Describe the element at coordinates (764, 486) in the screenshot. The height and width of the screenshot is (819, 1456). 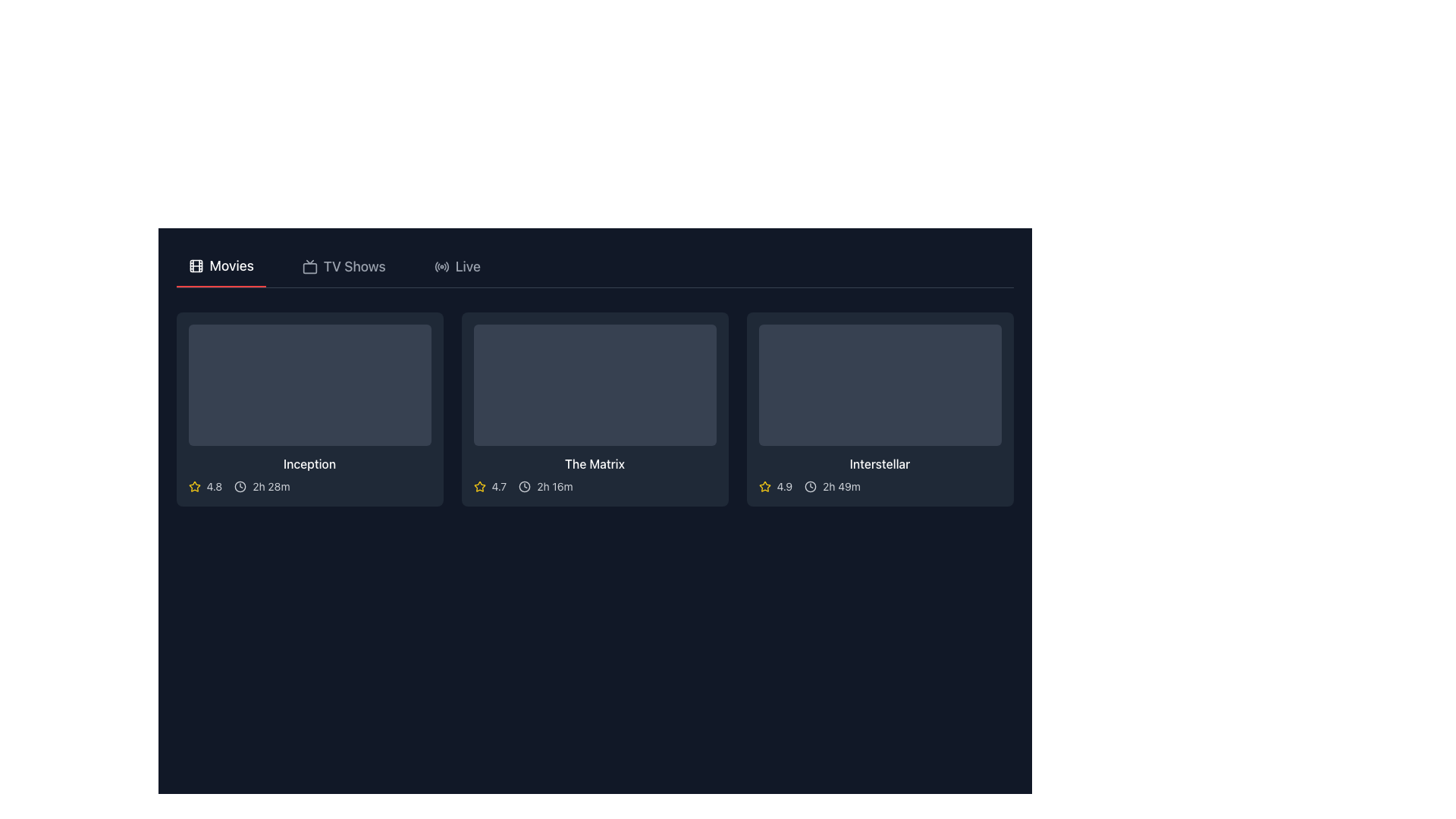
I see `the star-shaped rating icon for the movie 'Interstellar', which is yellow filled and outlined with a darker color` at that location.